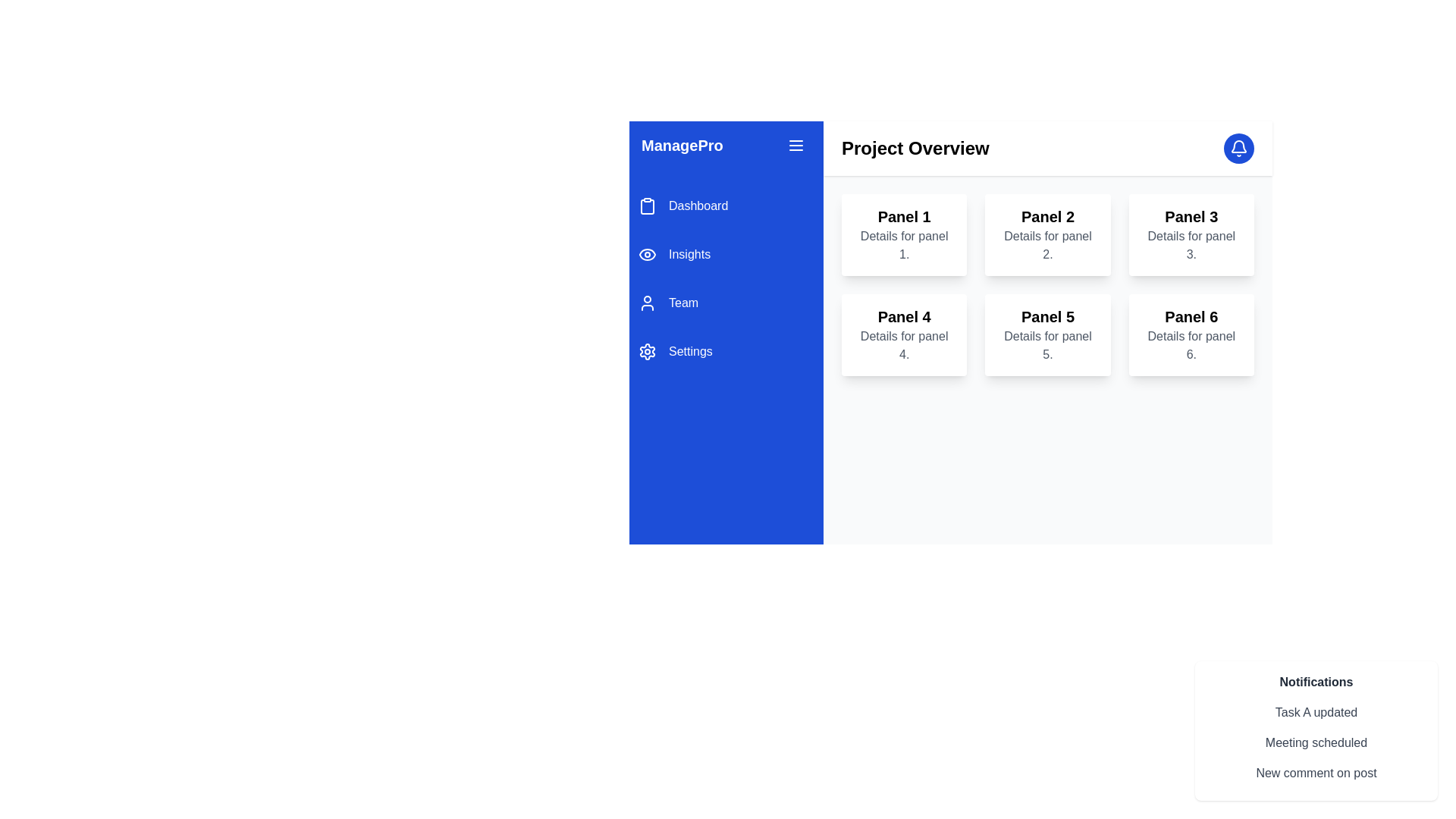  Describe the element at coordinates (648, 303) in the screenshot. I see `the user icon` at that location.